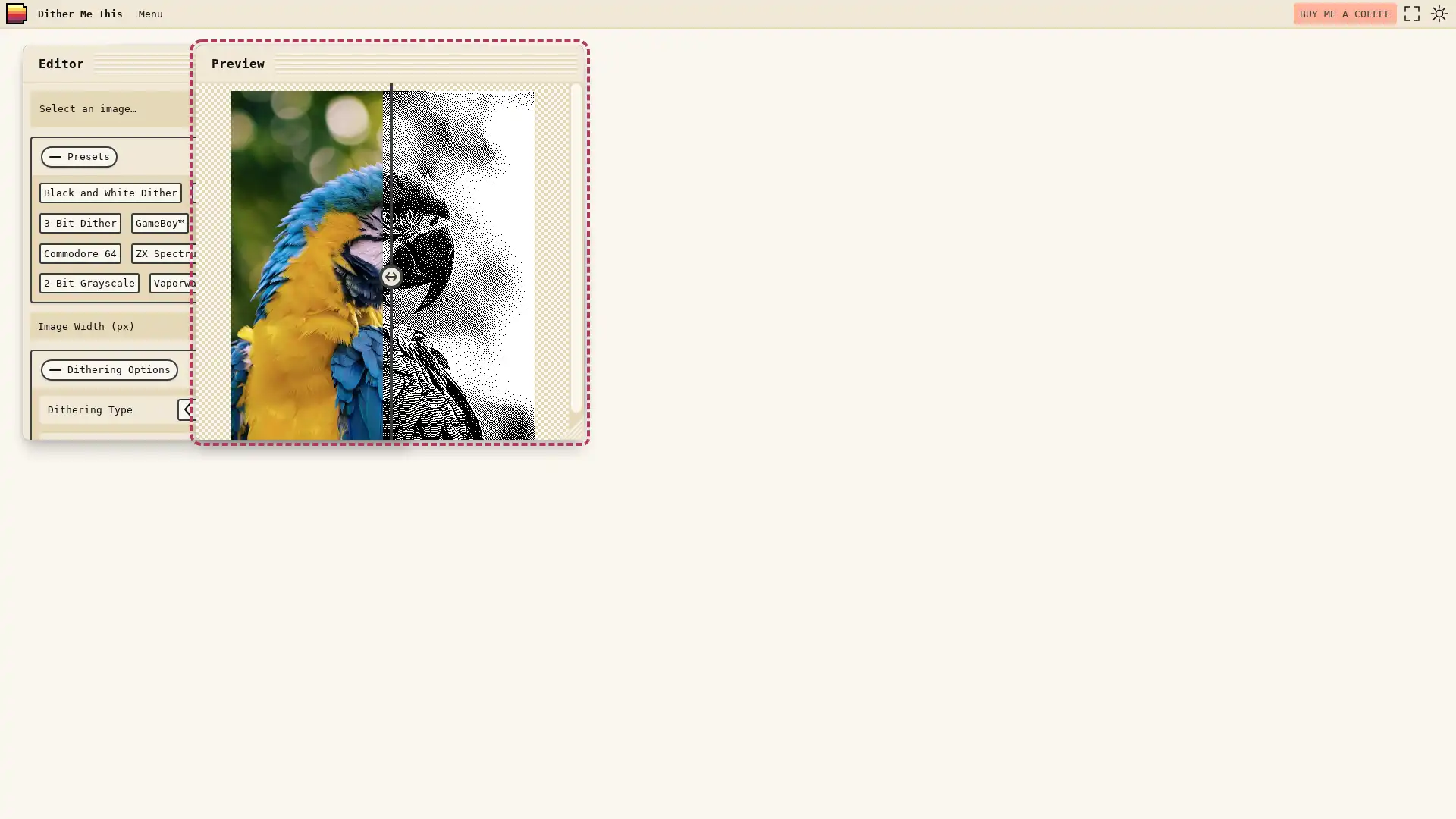  I want to click on select next option, so click(379, 408).